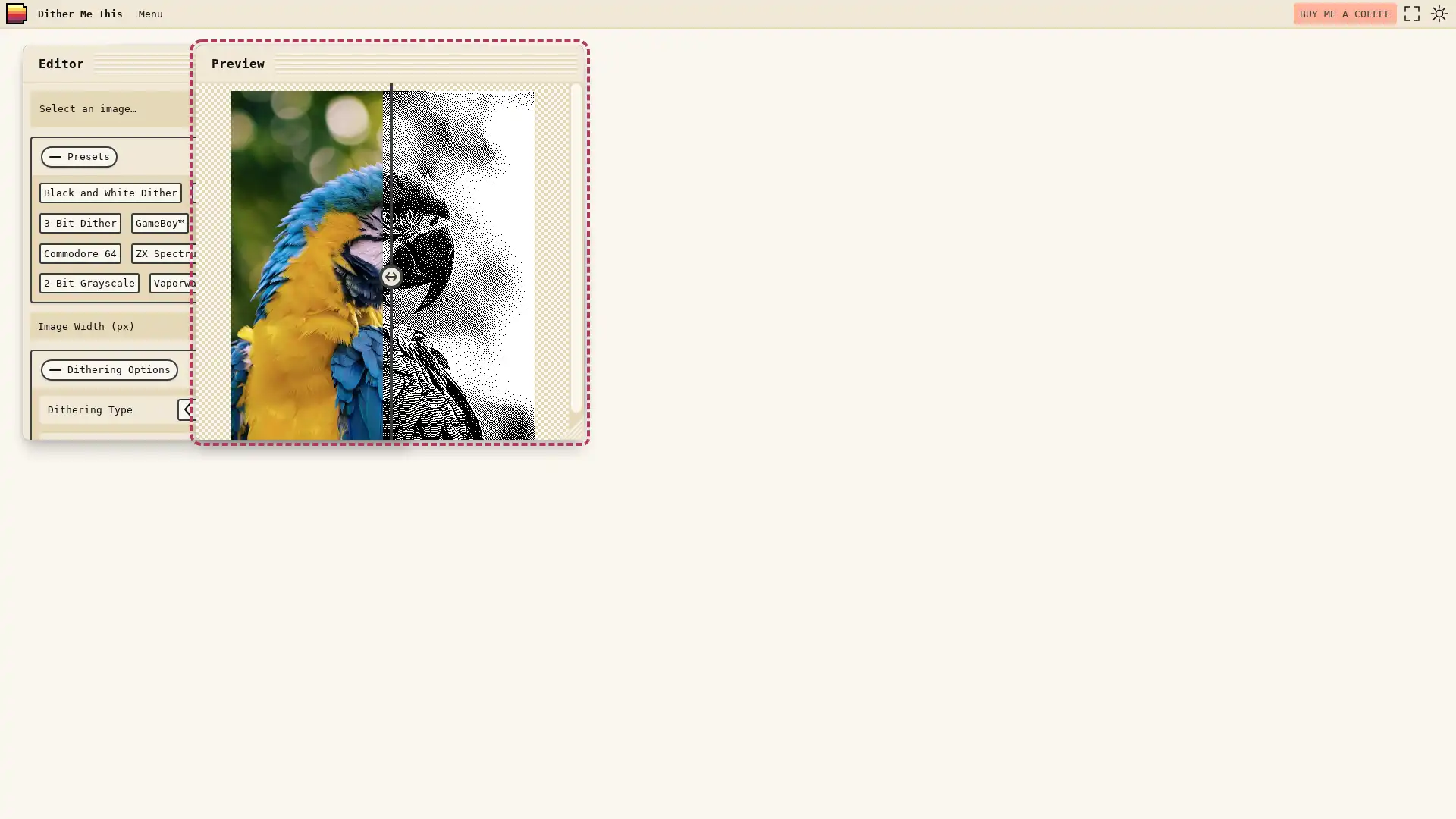  I want to click on select next option, so click(379, 408).